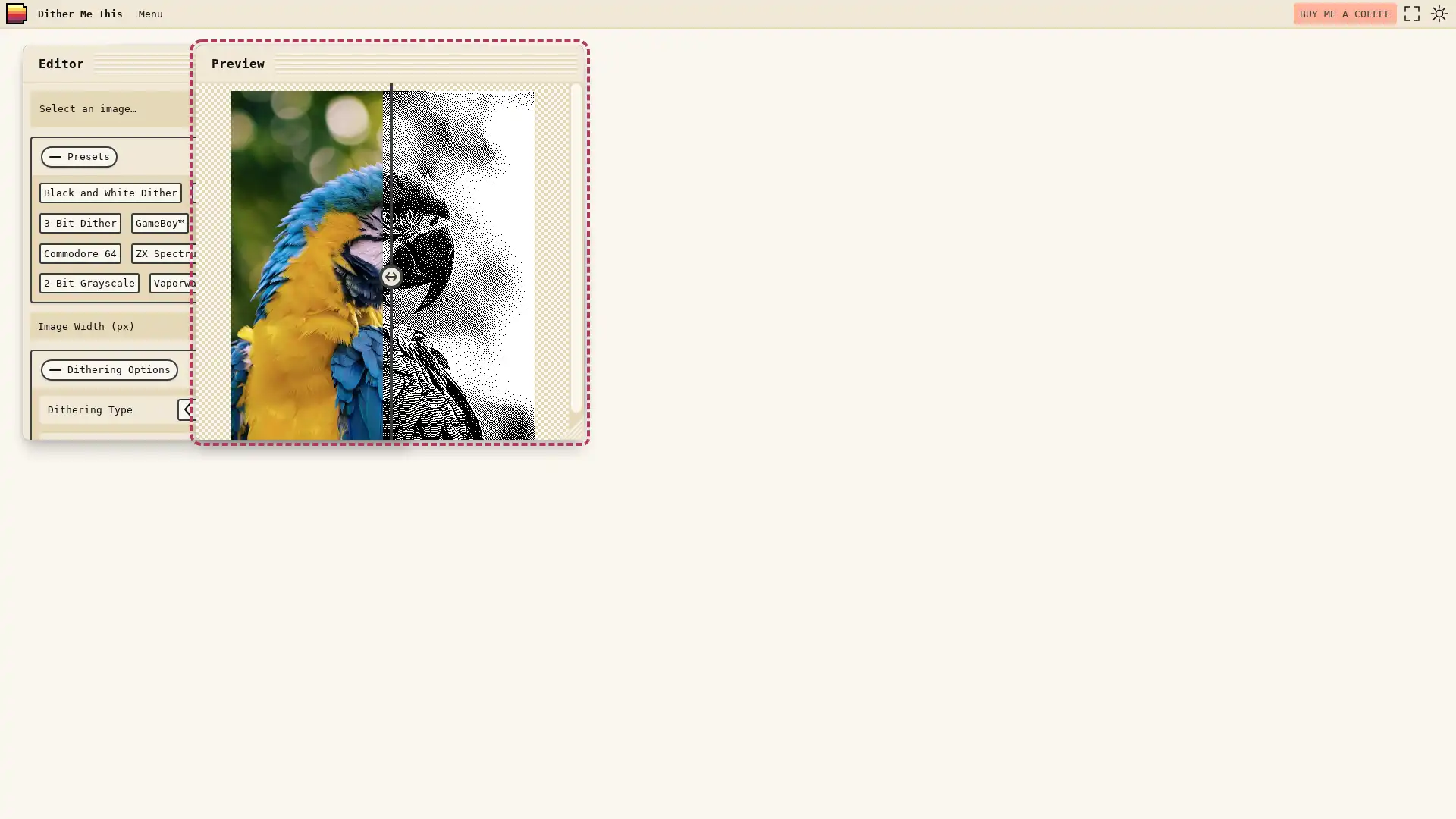  I want to click on select next option, so click(379, 408).